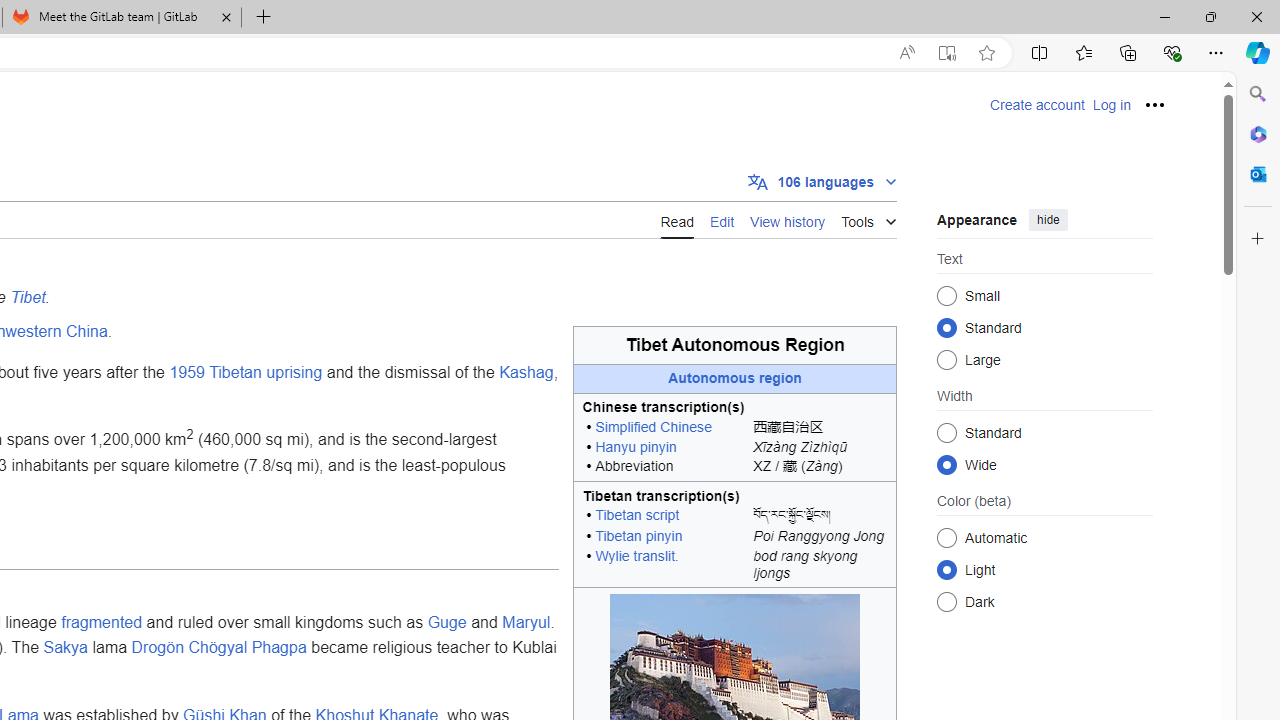 This screenshot has height=720, width=1280. What do you see at coordinates (734, 344) in the screenshot?
I see `'Tibet Autonomous Region'` at bounding box center [734, 344].